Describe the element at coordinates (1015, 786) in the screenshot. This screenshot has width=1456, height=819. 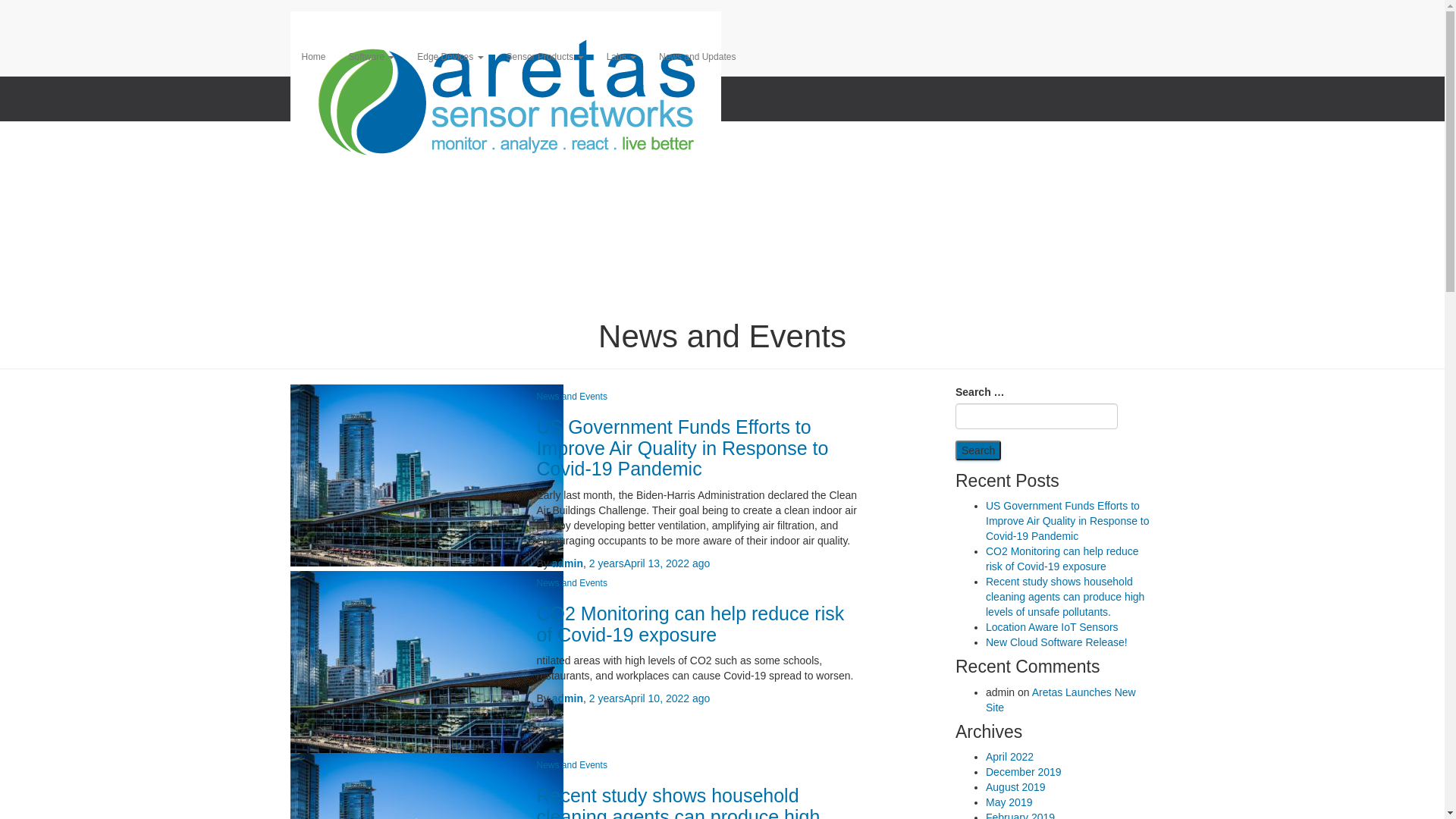
I see `'August 2019'` at that location.